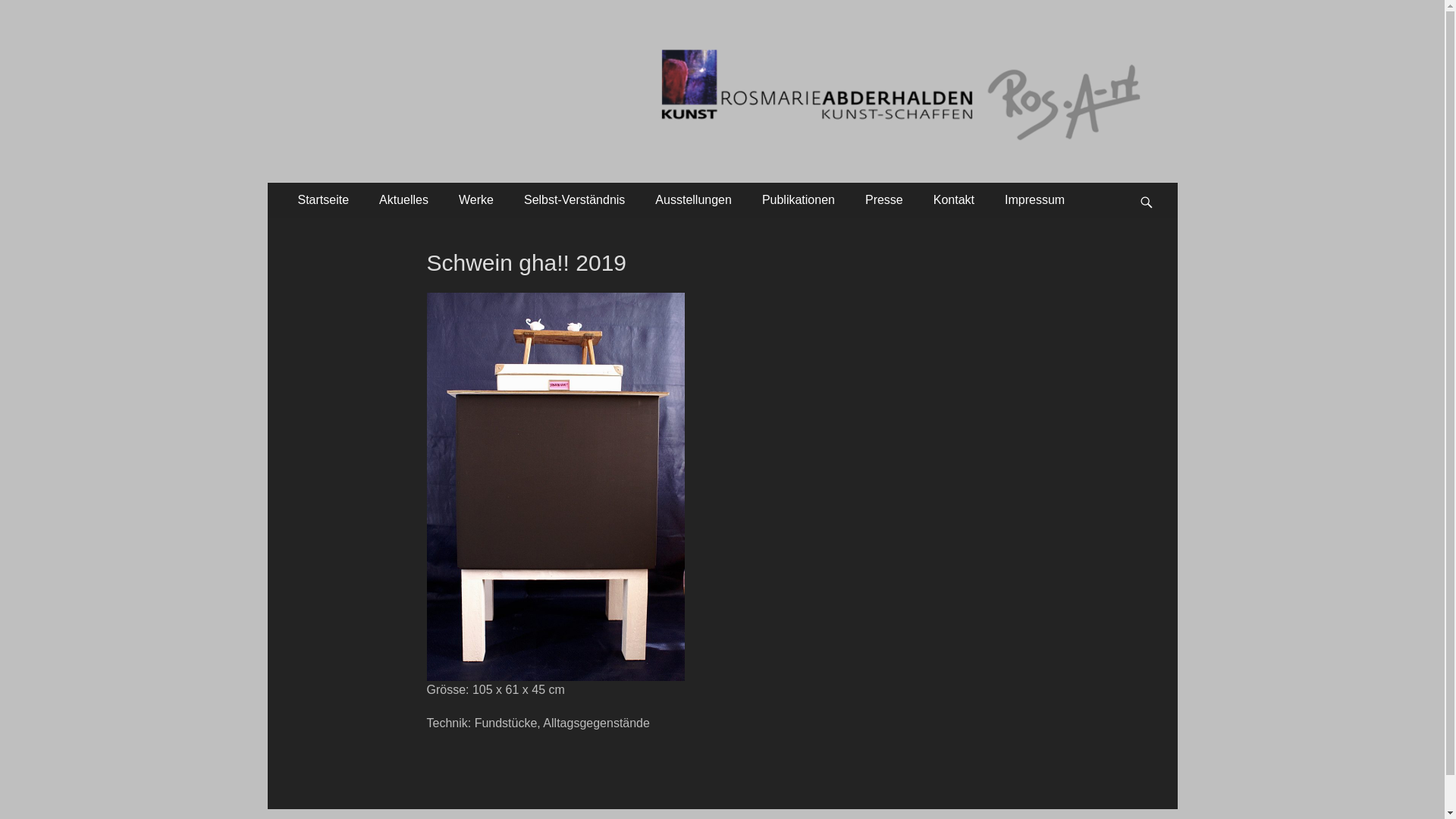 This screenshot has height=819, width=1456. What do you see at coordinates (952, 199) in the screenshot?
I see `'Kontakt'` at bounding box center [952, 199].